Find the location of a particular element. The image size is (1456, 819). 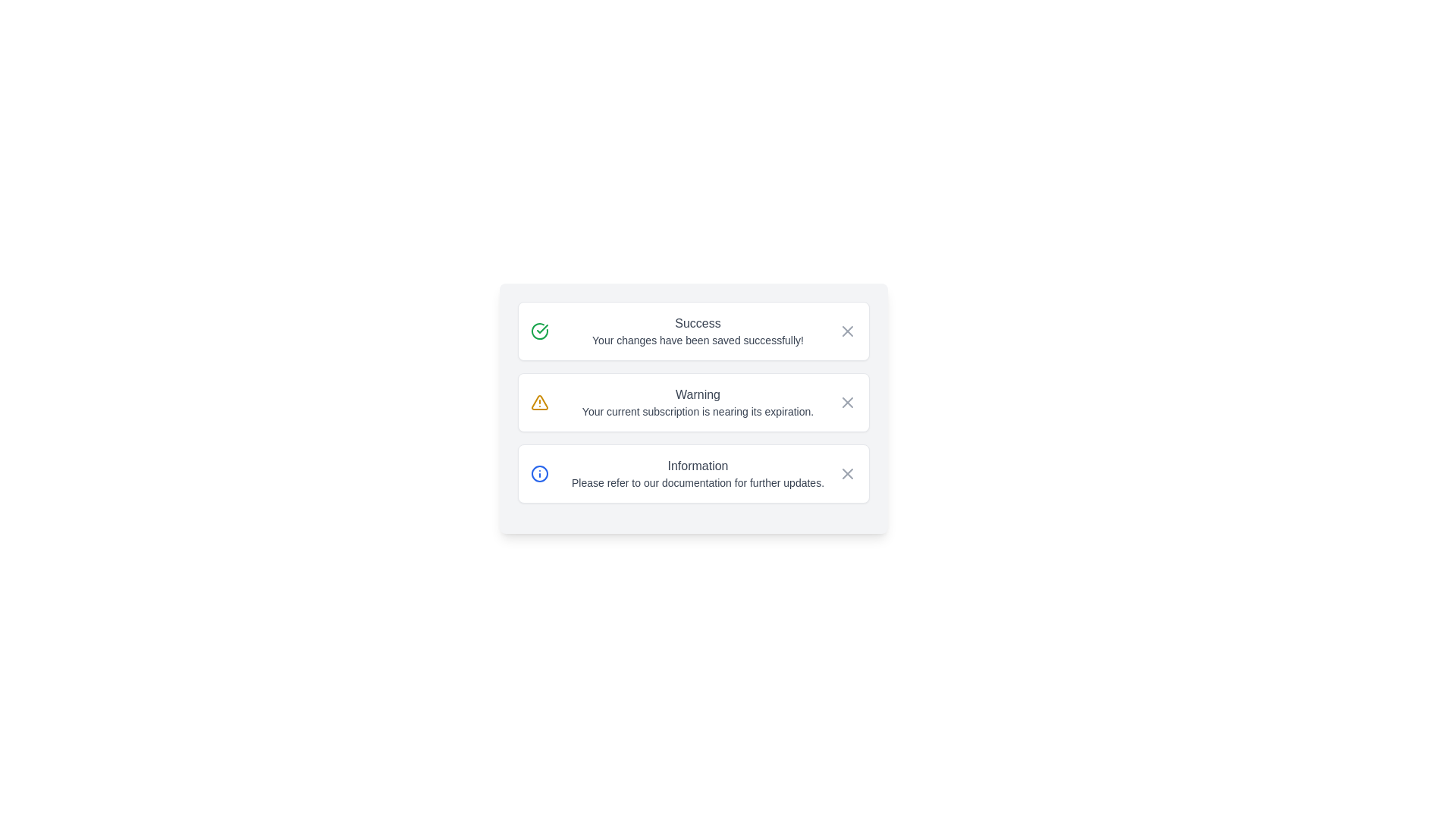

the Dismiss icon button, which is a small 'X' shaped icon located in the top-right corner of the 'Success' notification message box is located at coordinates (846, 330).